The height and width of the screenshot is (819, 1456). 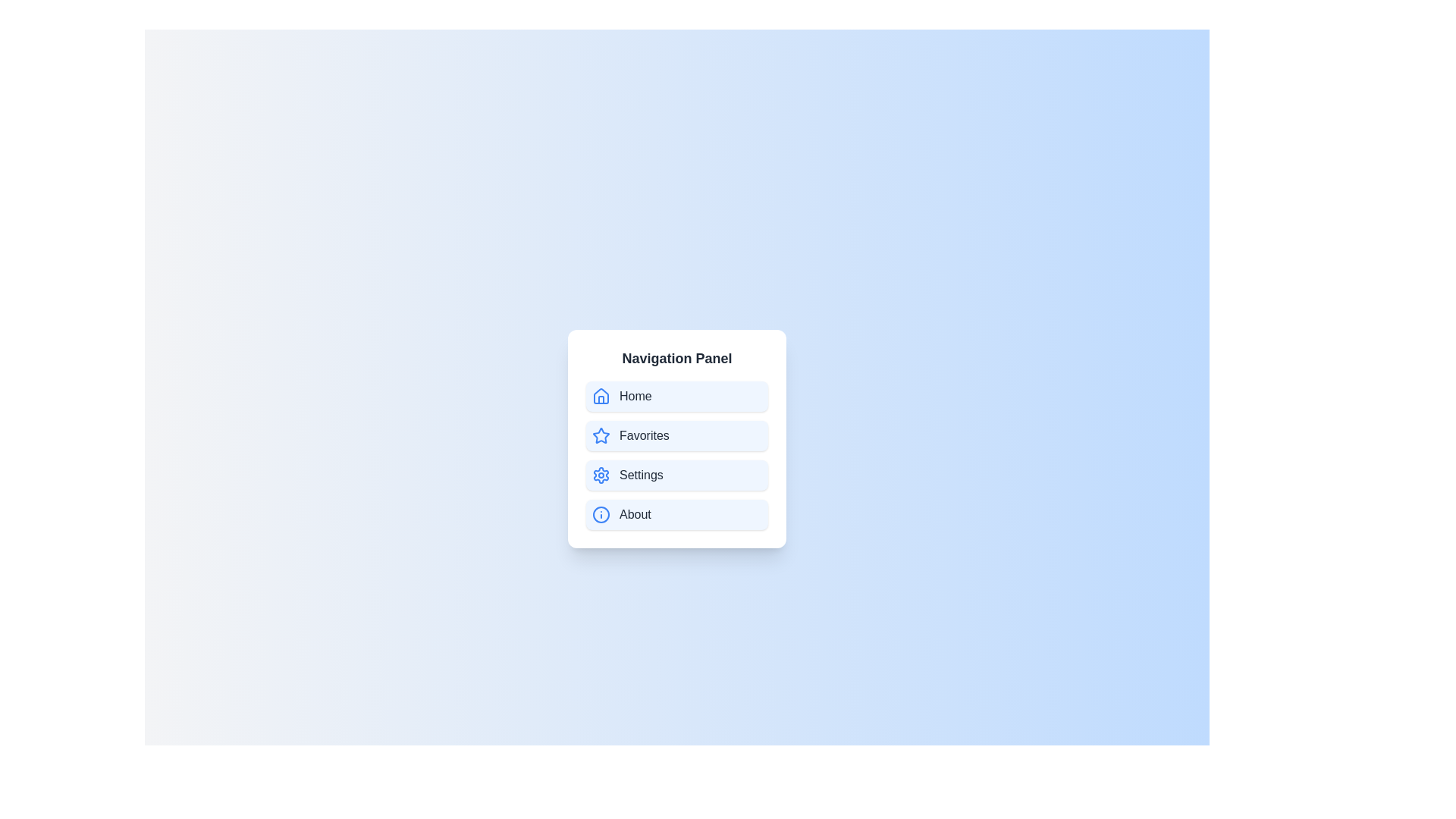 I want to click on the 'Home' button at the top of the vertical navigation menu to potentially reveal tooltips or highlight it, so click(x=676, y=396).